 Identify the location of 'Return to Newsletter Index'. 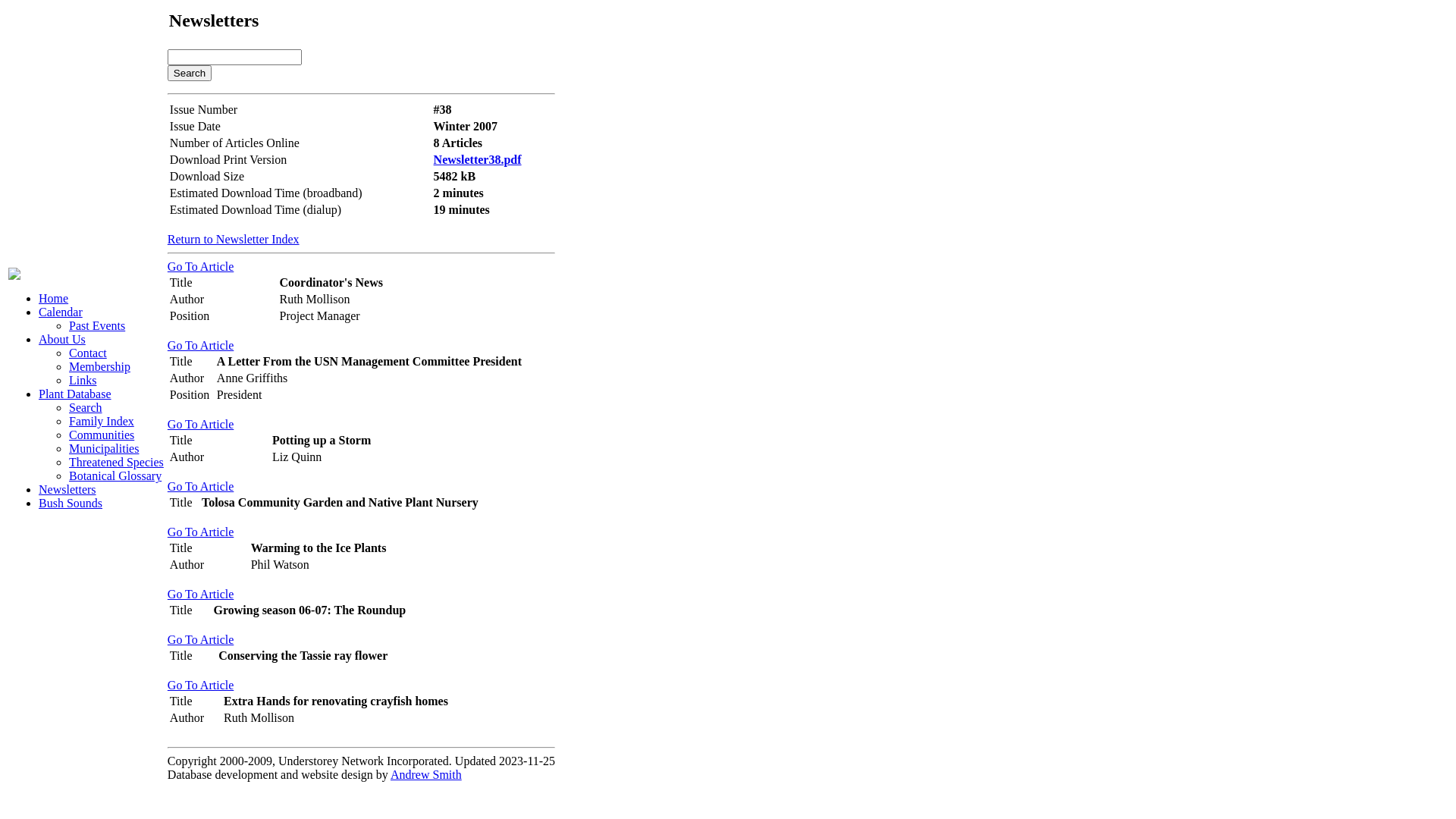
(167, 239).